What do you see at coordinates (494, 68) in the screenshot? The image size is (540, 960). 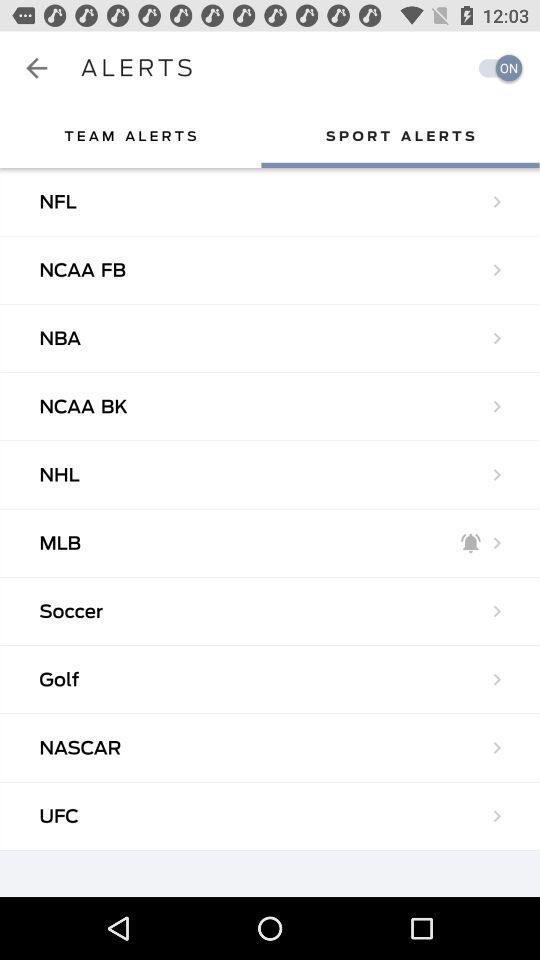 I see `icon next to alerts app` at bounding box center [494, 68].